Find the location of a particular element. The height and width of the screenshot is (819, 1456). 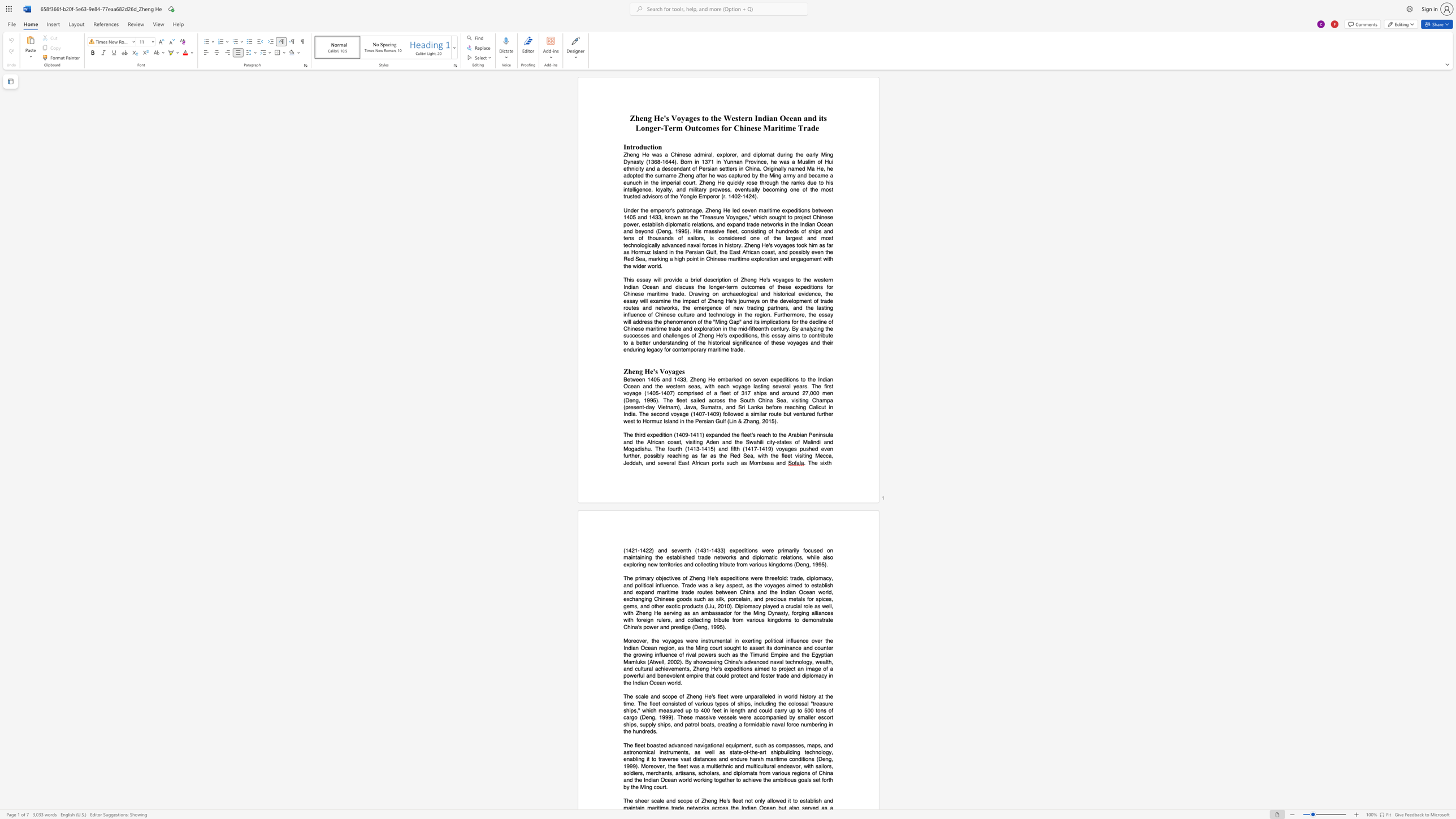

the space between the continuous character "l" and "l" in the text is located at coordinates (713, 751).